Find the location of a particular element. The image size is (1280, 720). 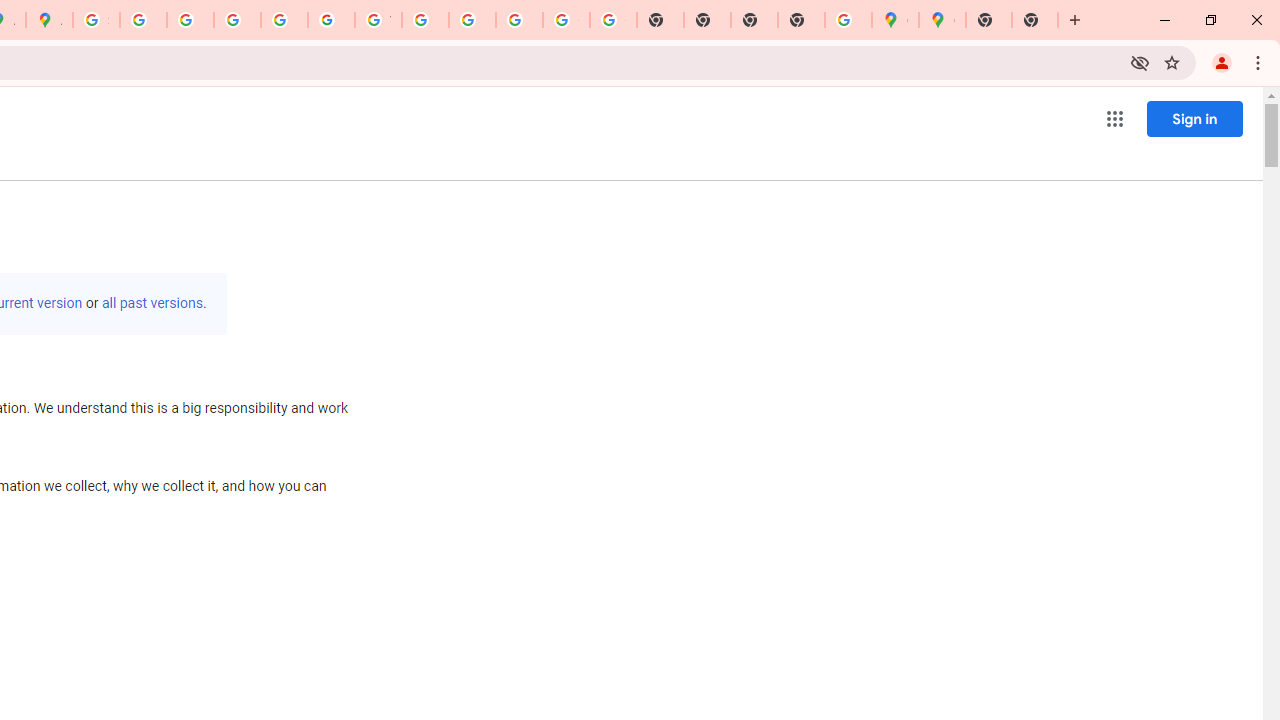

'all past versions' is located at coordinates (151, 303).